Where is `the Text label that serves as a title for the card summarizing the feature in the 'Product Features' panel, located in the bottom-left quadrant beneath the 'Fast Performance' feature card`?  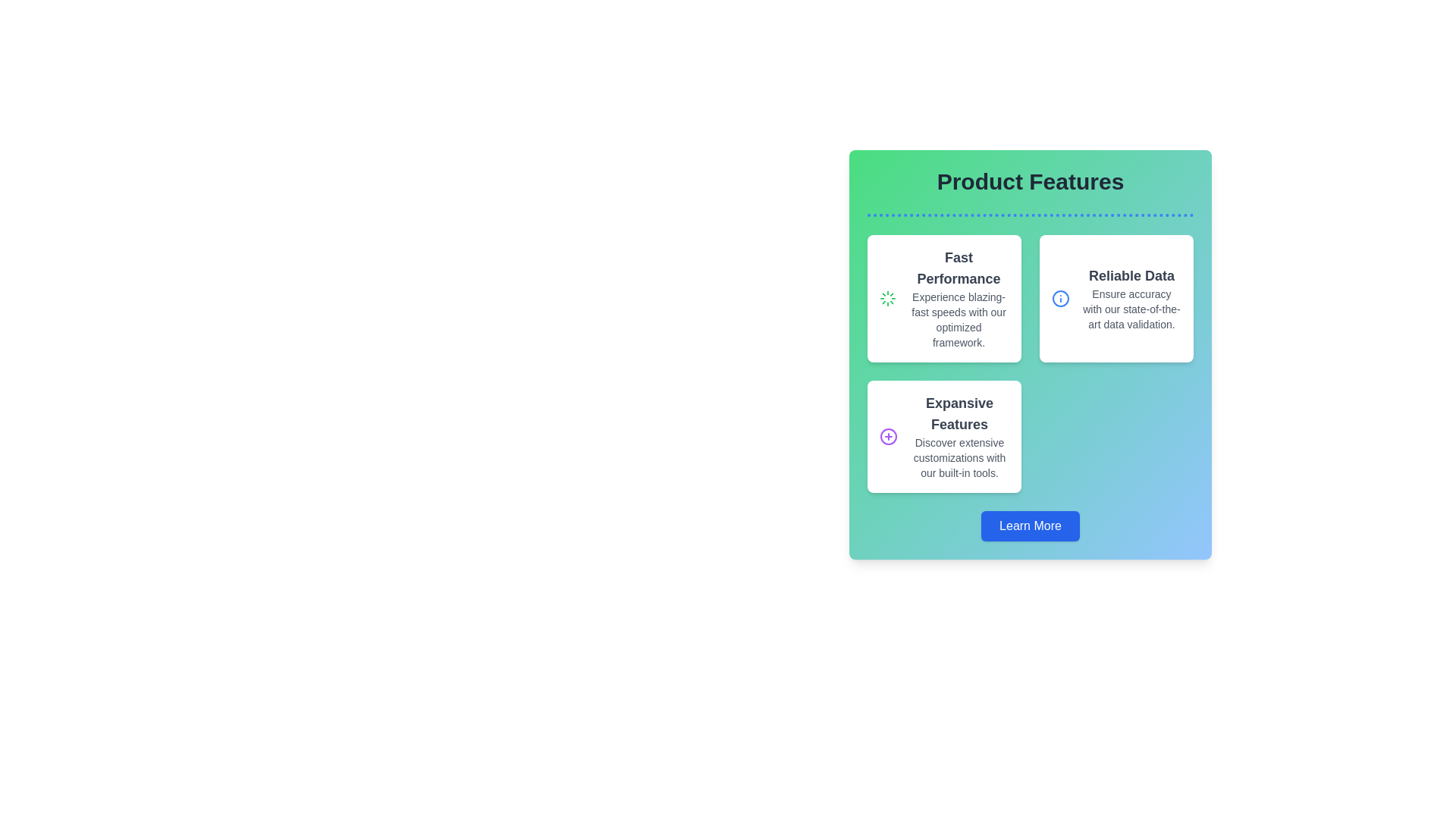 the Text label that serves as a title for the card summarizing the feature in the 'Product Features' panel, located in the bottom-left quadrant beneath the 'Fast Performance' feature card is located at coordinates (959, 414).